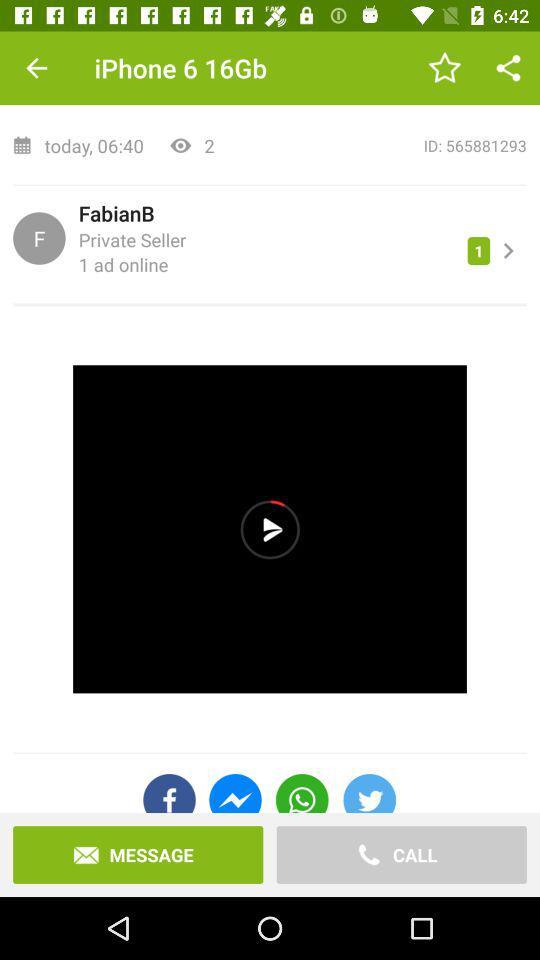  Describe the element at coordinates (36, 68) in the screenshot. I see `the item next to the iphone 6 16gb` at that location.